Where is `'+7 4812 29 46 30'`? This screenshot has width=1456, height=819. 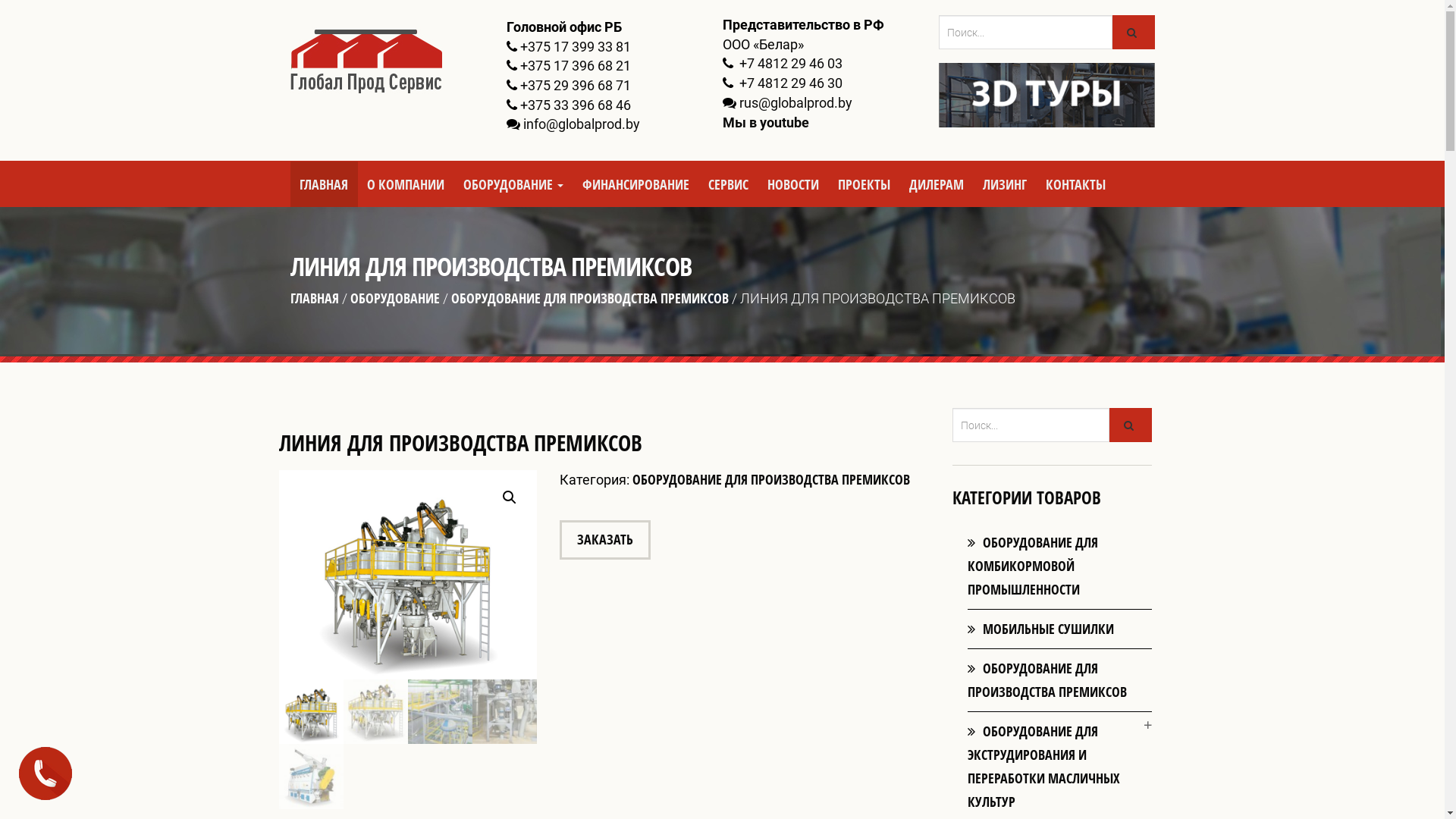 '+7 4812 29 46 30' is located at coordinates (789, 83).